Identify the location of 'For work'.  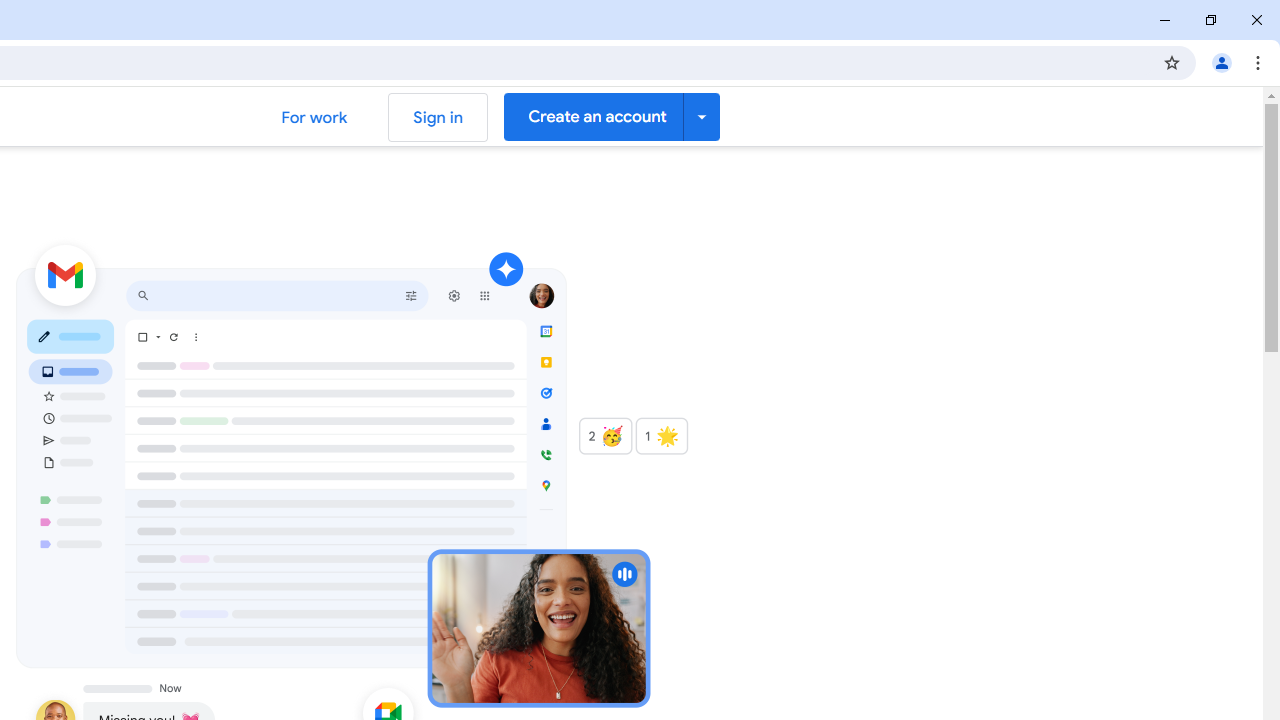
(313, 117).